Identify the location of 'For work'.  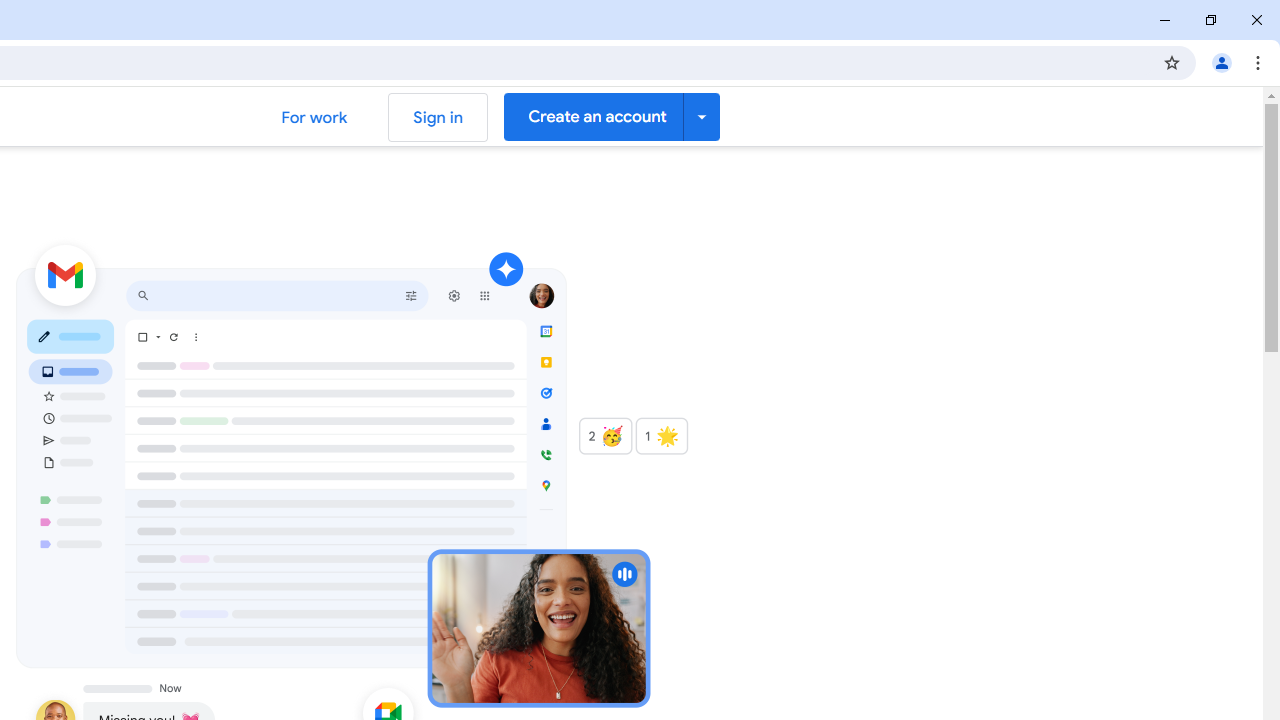
(313, 117).